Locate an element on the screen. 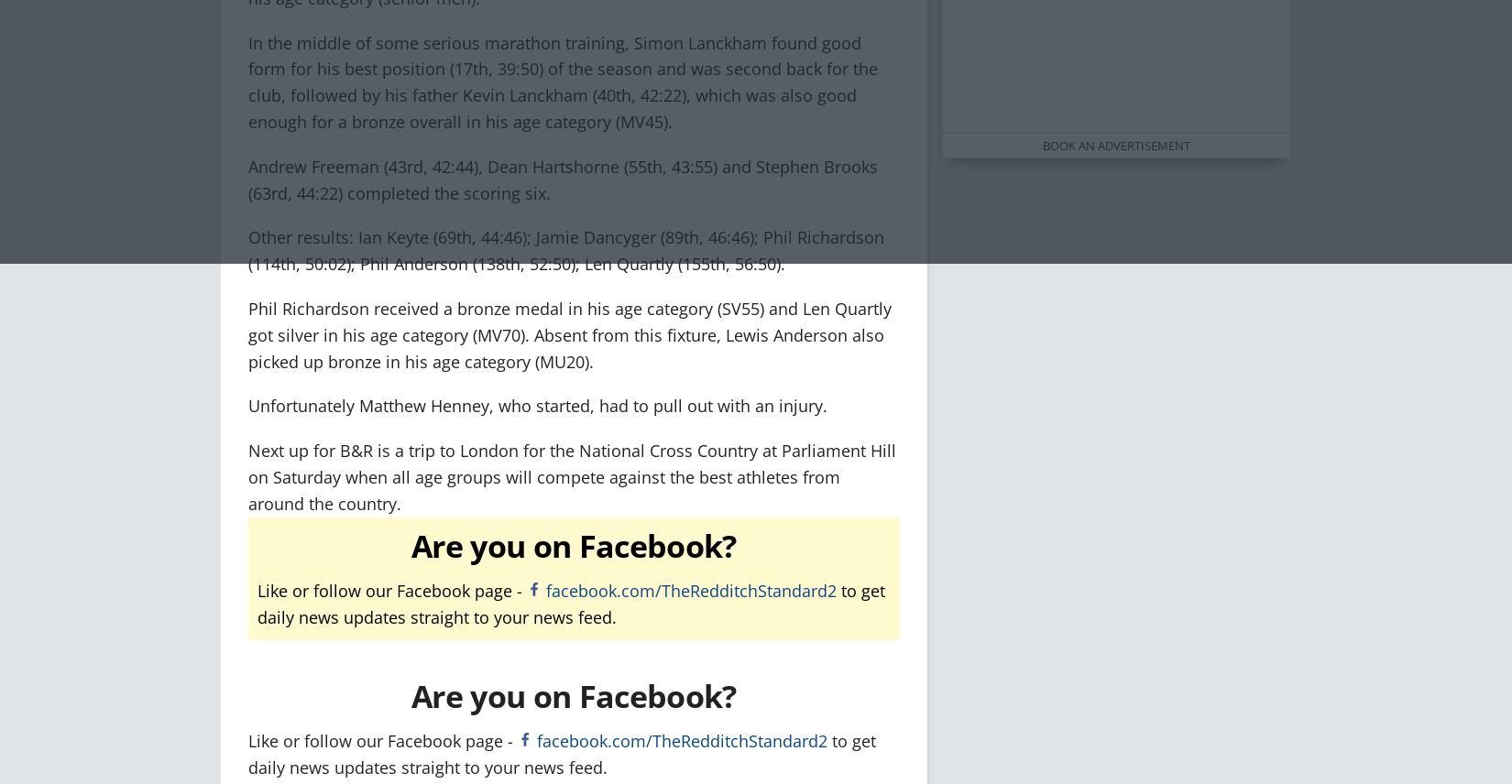  'Book an advertisement' is located at coordinates (1115, 145).